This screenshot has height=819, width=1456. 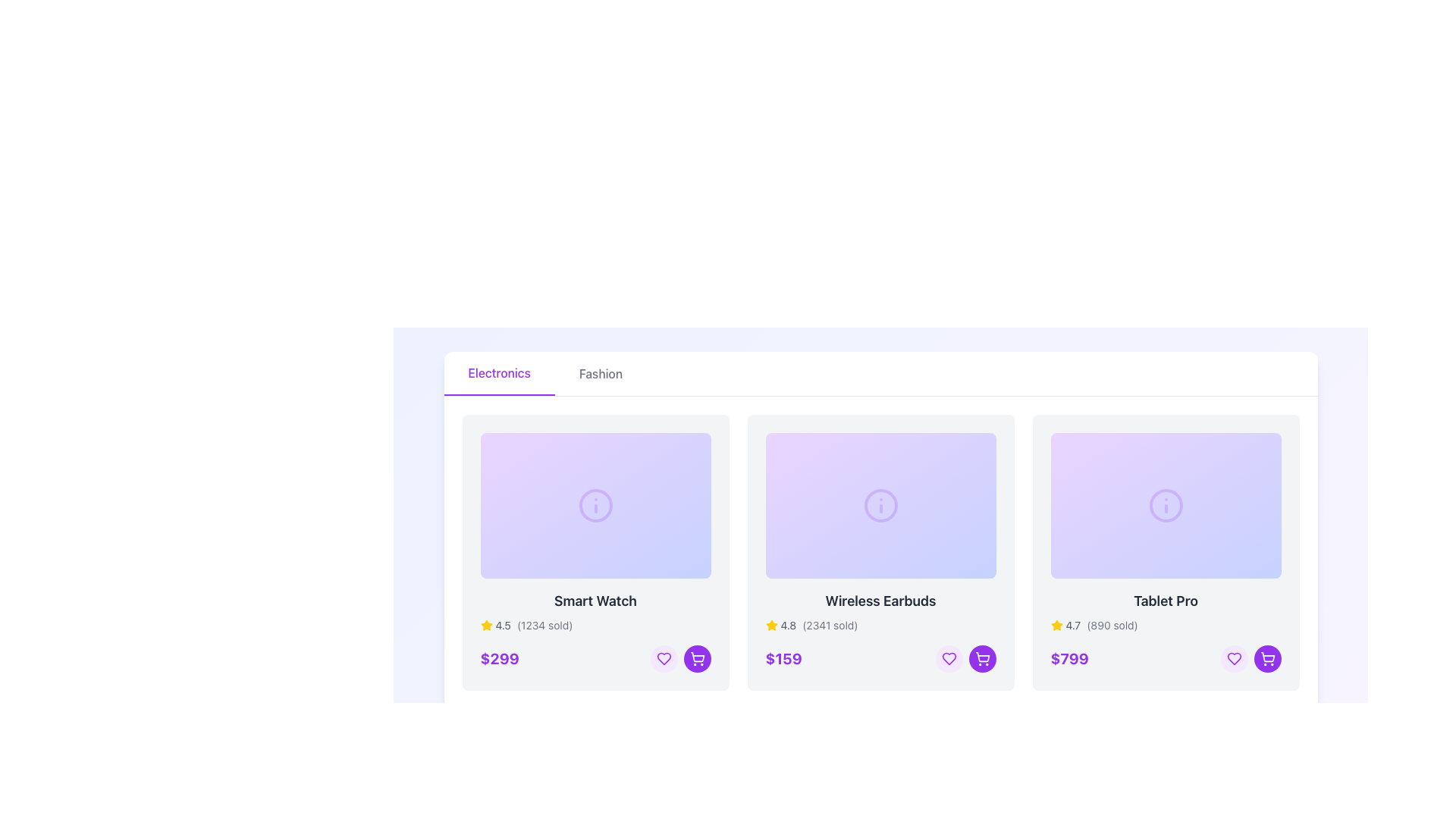 I want to click on the 'Add to Cart' button located at the bottom-right of the product card for 'Wireless Earbuds'. This button is the second in a horizontal group of buttons, so click(x=696, y=657).